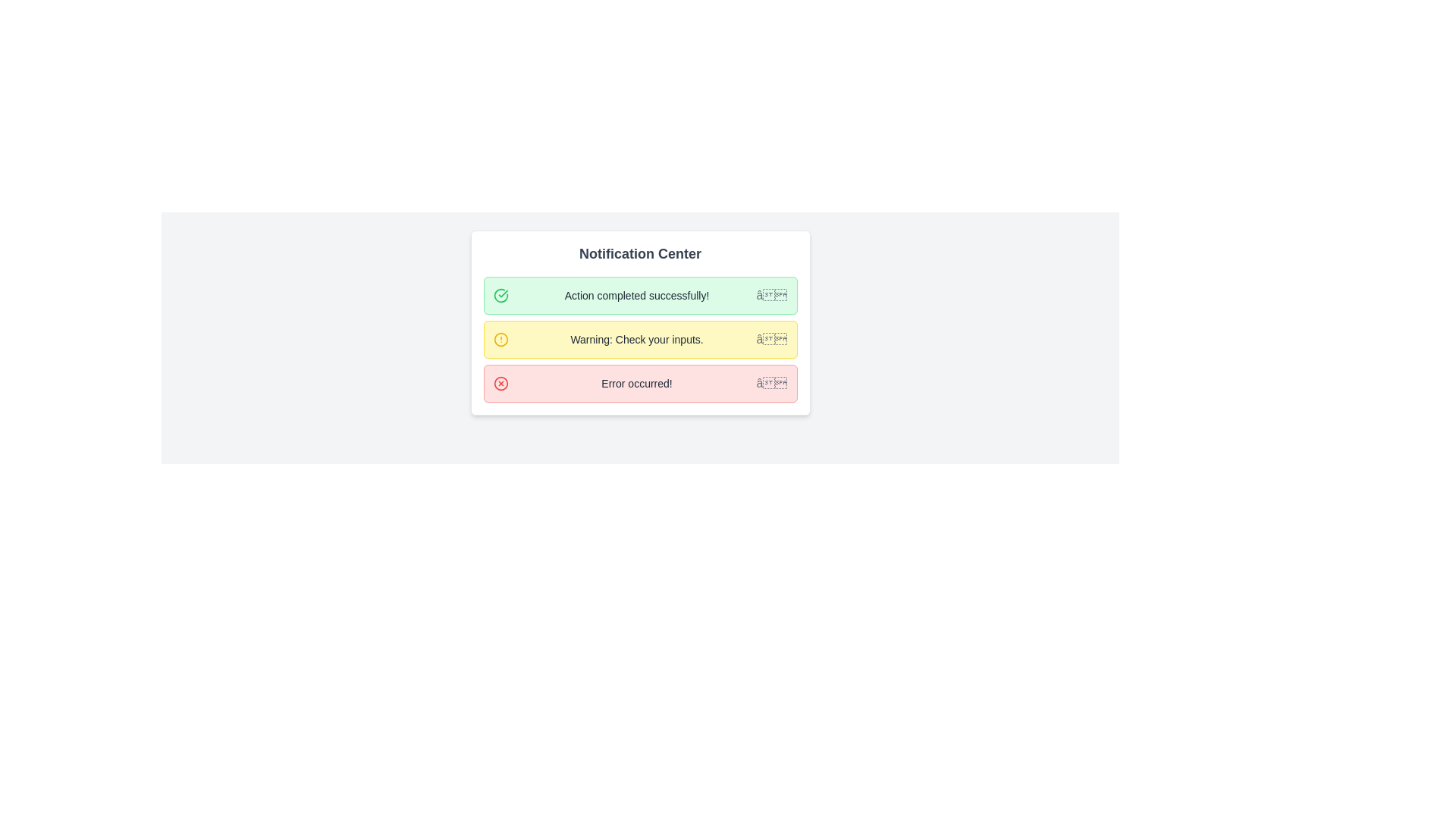 The height and width of the screenshot is (819, 1456). Describe the element at coordinates (640, 338) in the screenshot. I see `grouped list of notification message banners located in the central part of the 'Notification Center' panel to understand their contents` at that location.